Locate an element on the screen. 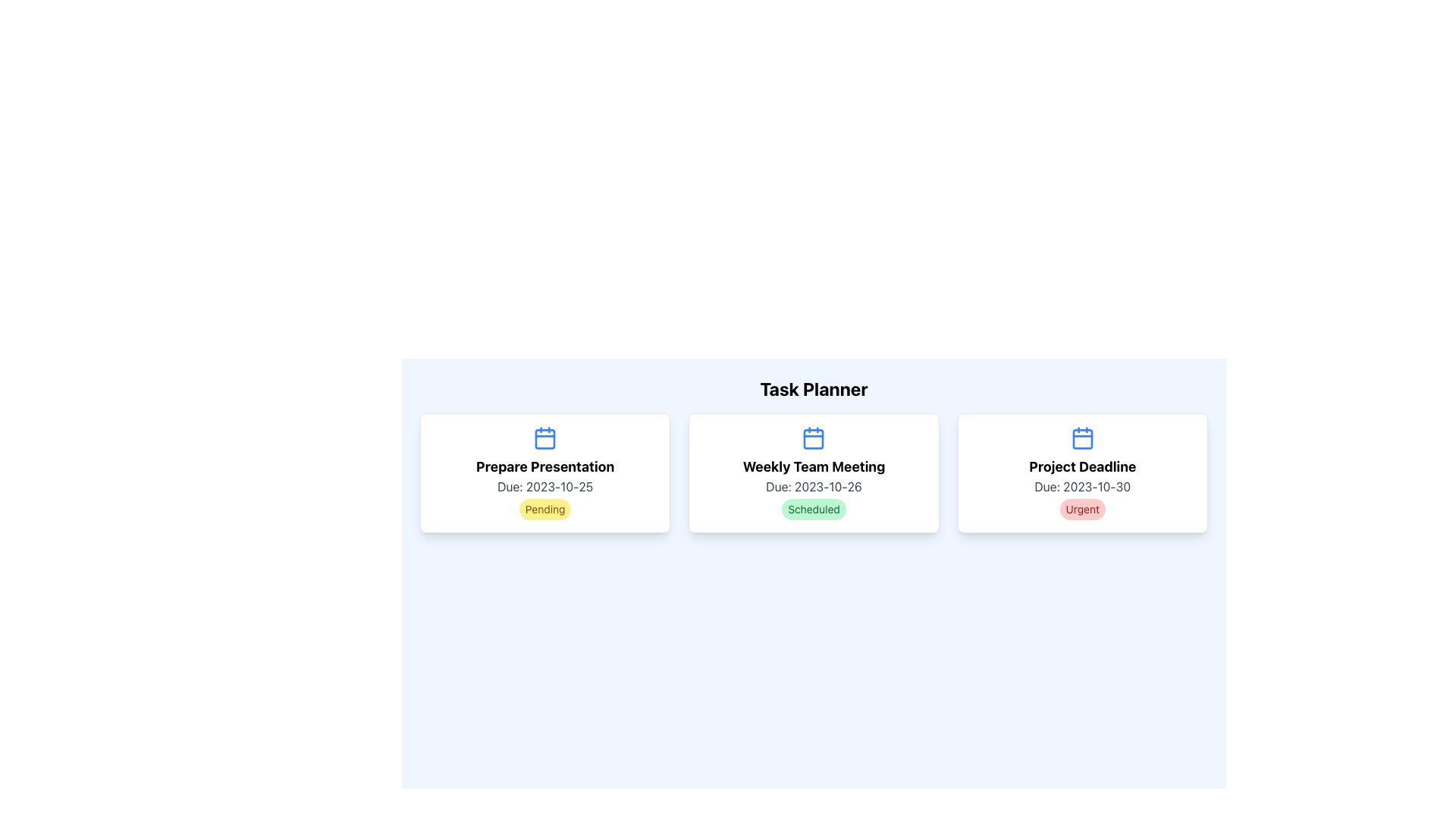 This screenshot has height=819, width=1456. the bolded text label reading 'Project Deadline' which is styled as a heading in the third column of the Task Planner section is located at coordinates (1081, 466).